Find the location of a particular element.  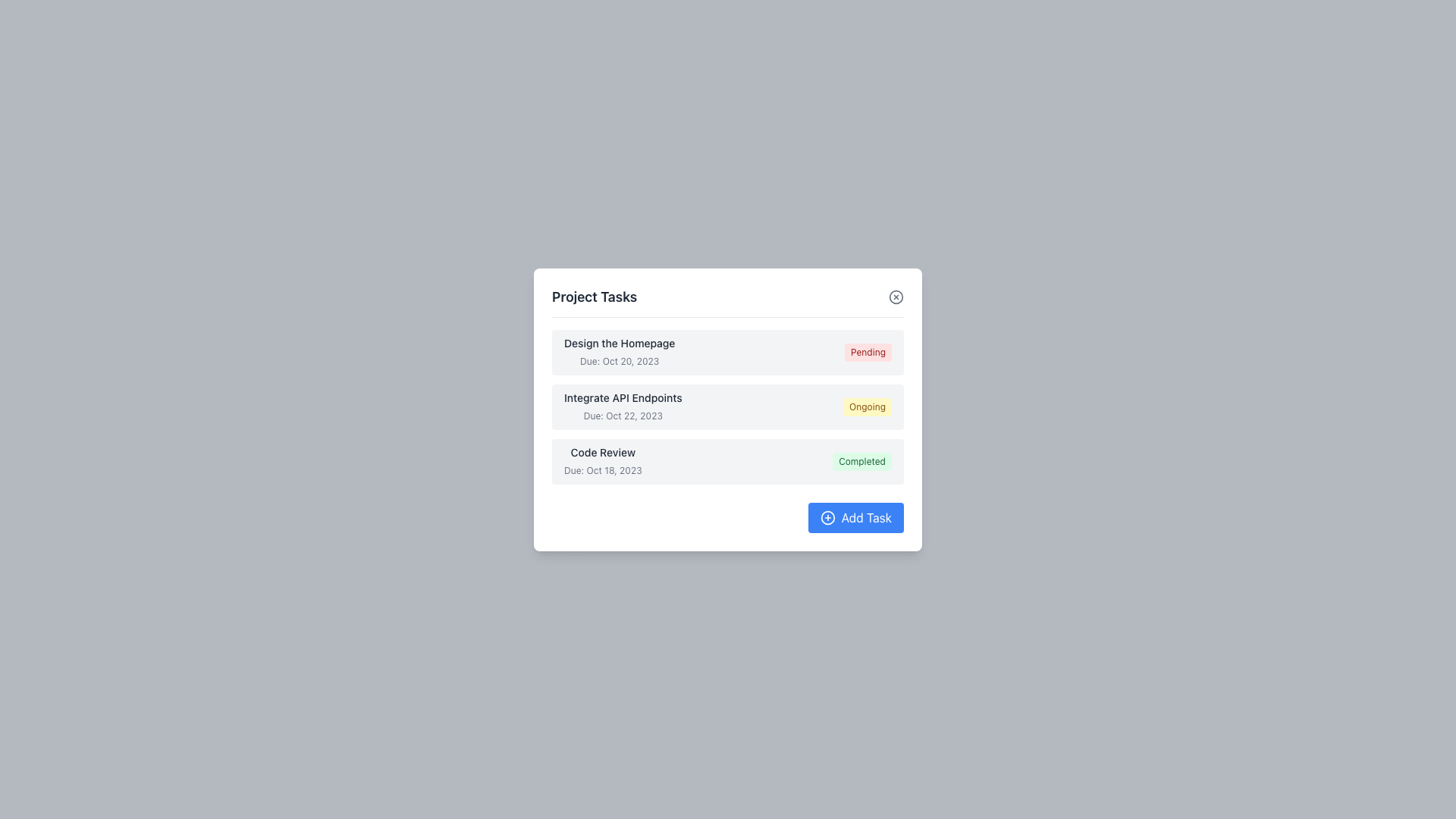

text from the Text Label indicating the due date for the task in the second row of the task list titled 'Integrate API Endpoints' is located at coordinates (623, 415).